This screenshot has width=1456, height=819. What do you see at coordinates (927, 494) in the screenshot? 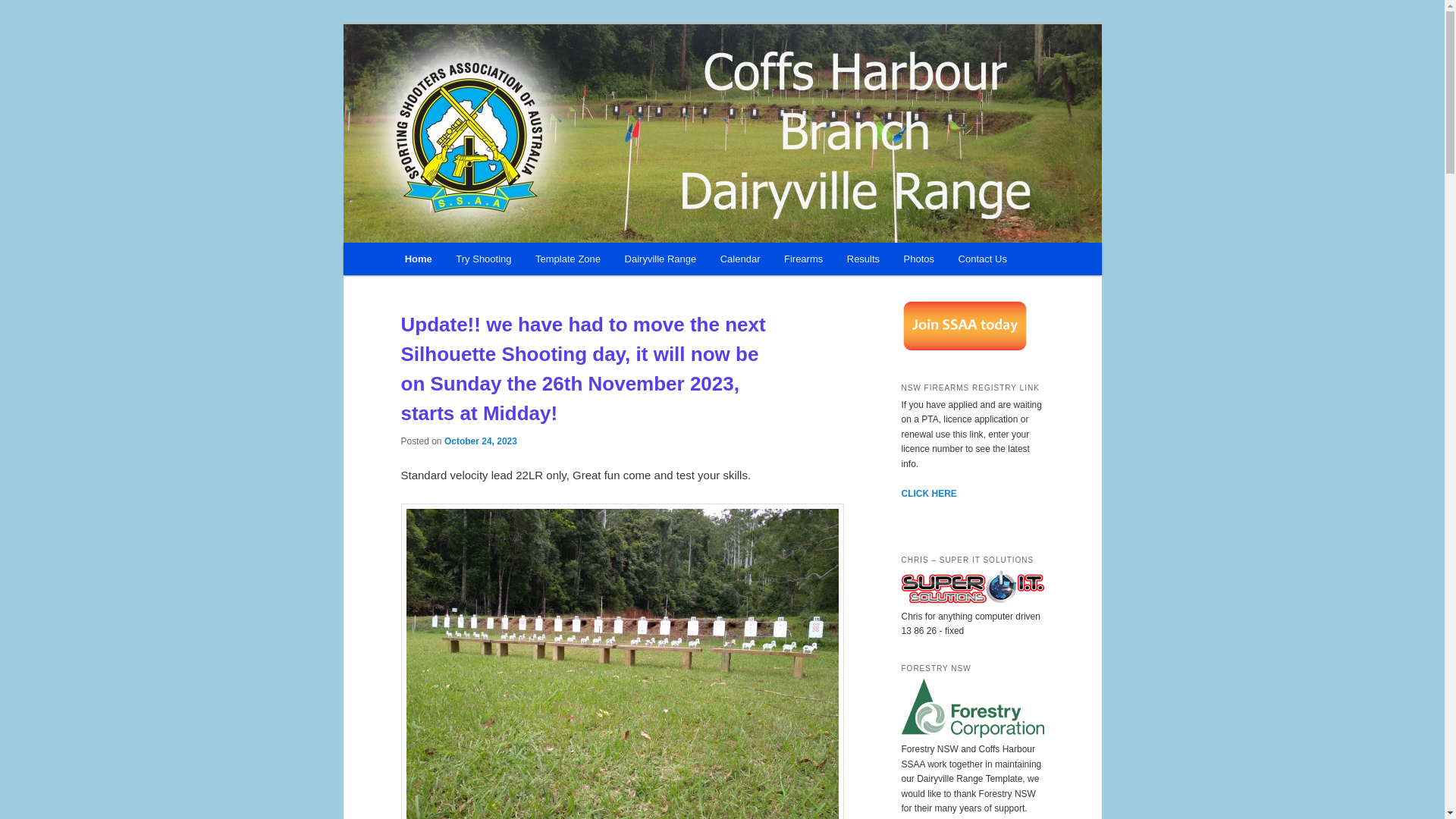
I see `'CLICK HERE'` at bounding box center [927, 494].